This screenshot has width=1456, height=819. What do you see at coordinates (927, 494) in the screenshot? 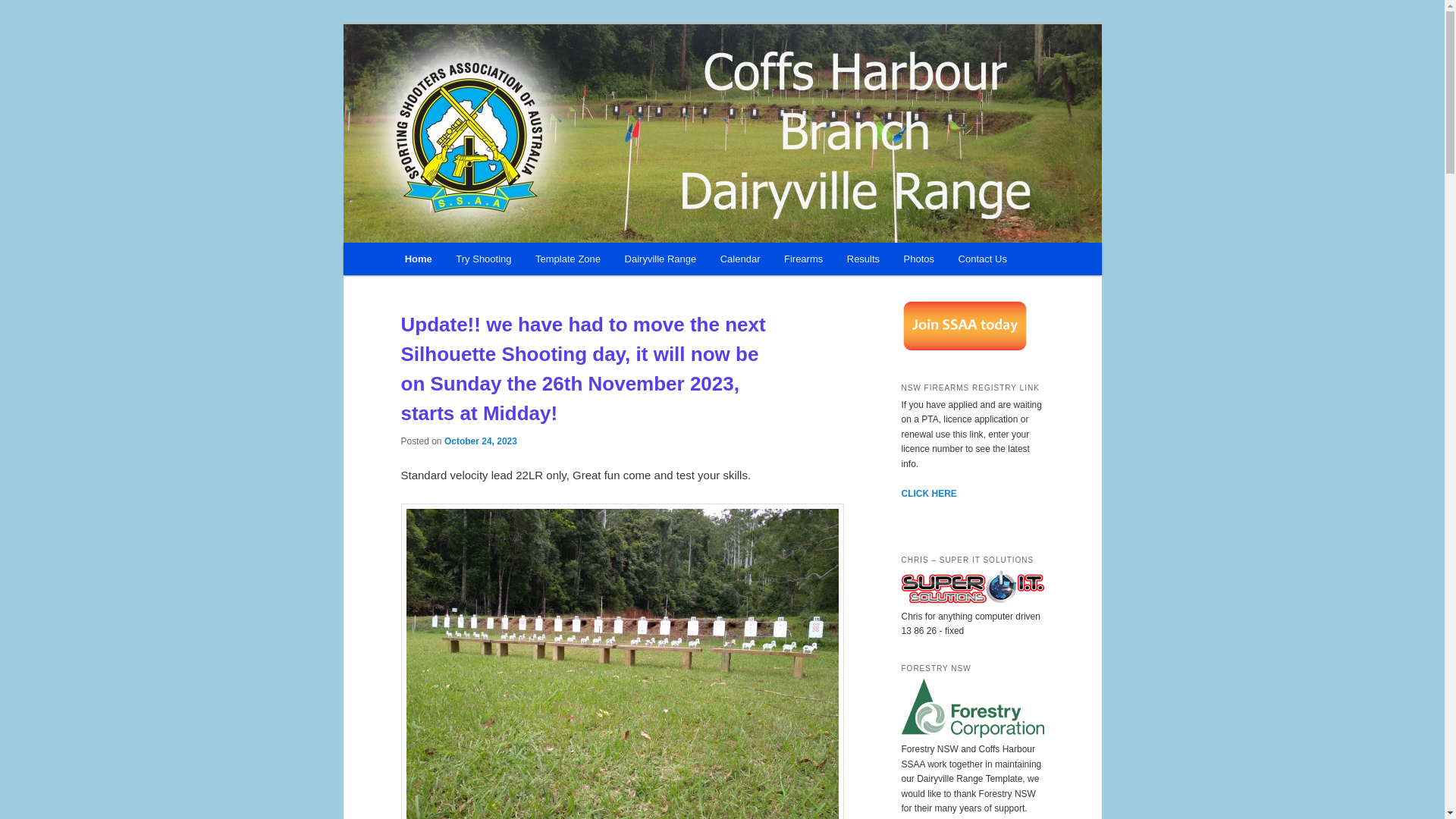
I see `'CLICK HERE'` at bounding box center [927, 494].